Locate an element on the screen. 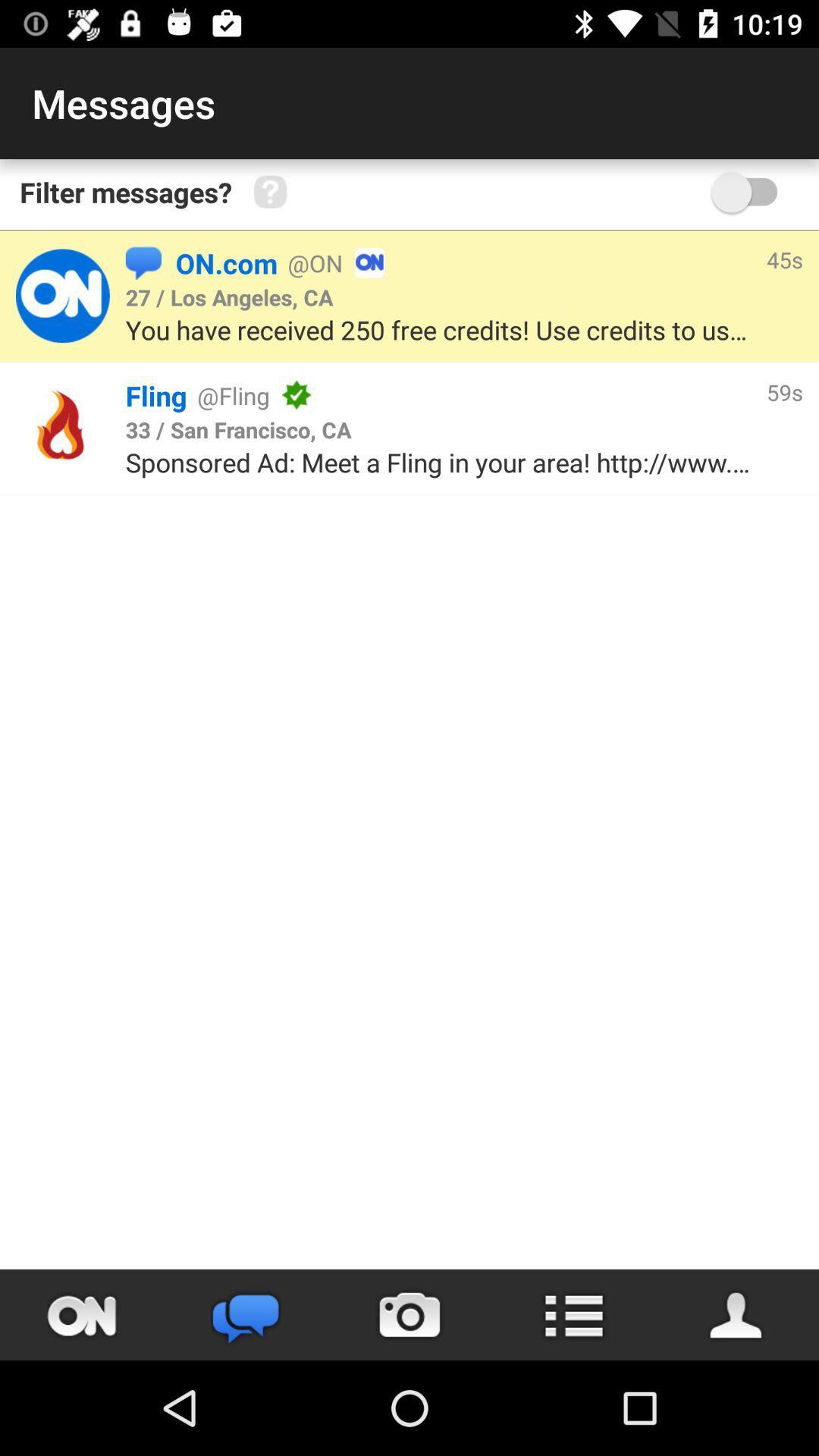  the 45s item is located at coordinates (784, 259).